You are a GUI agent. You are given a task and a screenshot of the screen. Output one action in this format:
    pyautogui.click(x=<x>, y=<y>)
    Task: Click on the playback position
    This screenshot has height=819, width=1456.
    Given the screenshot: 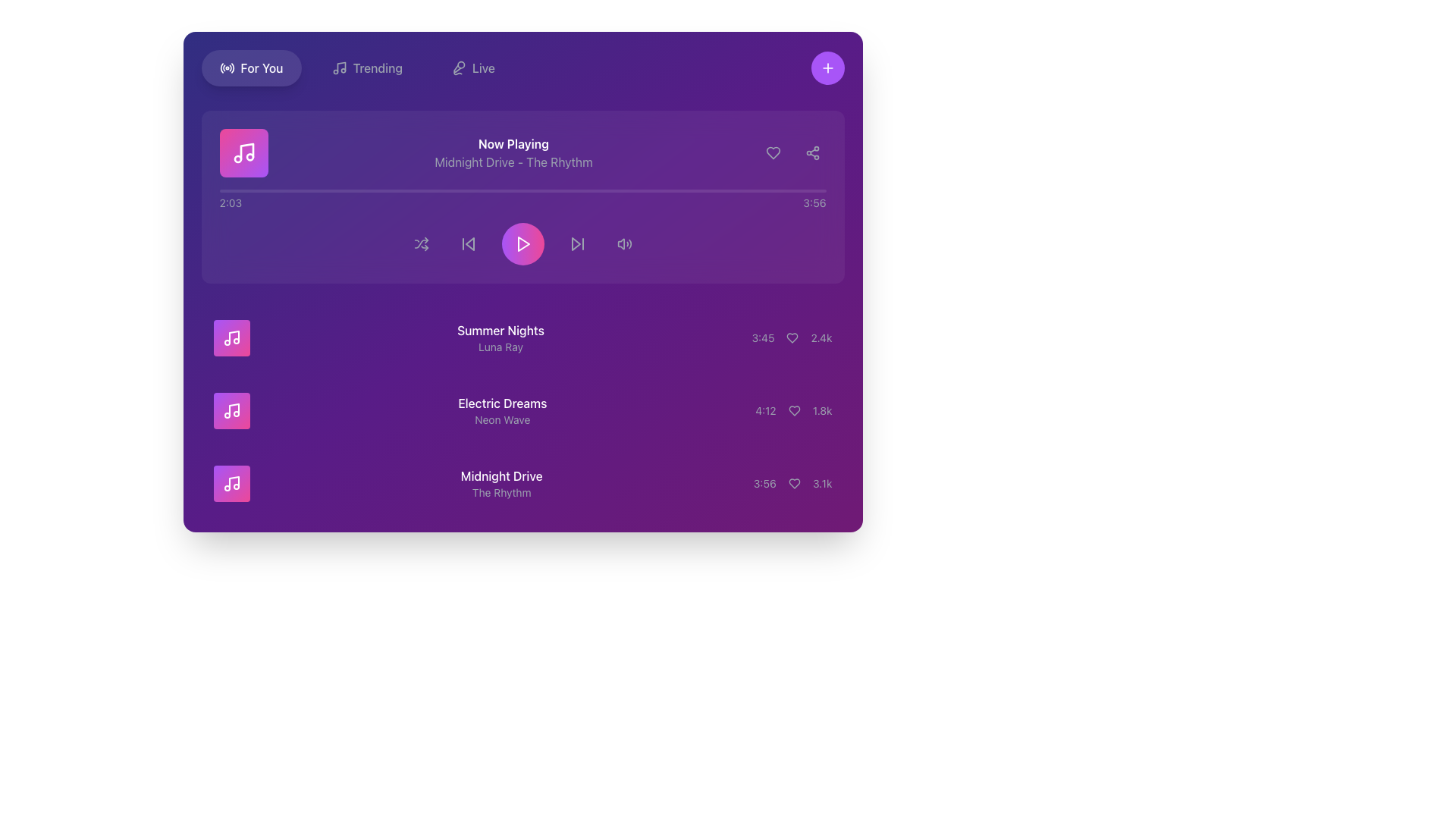 What is the action you would take?
    pyautogui.click(x=329, y=190)
    